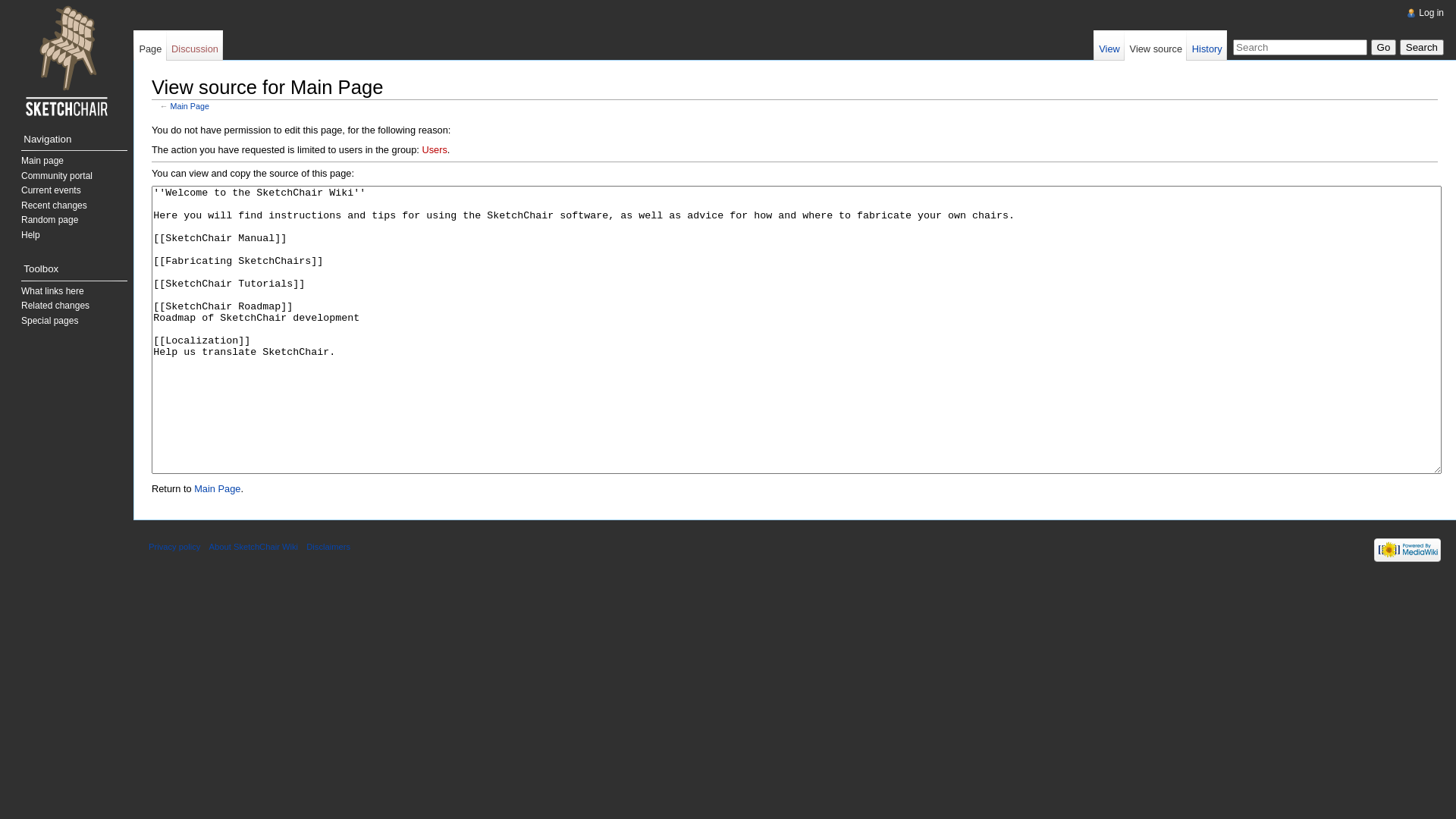 Image resolution: width=1456 pixels, height=819 pixels. Describe the element at coordinates (21, 305) in the screenshot. I see `'Related changes'` at that location.